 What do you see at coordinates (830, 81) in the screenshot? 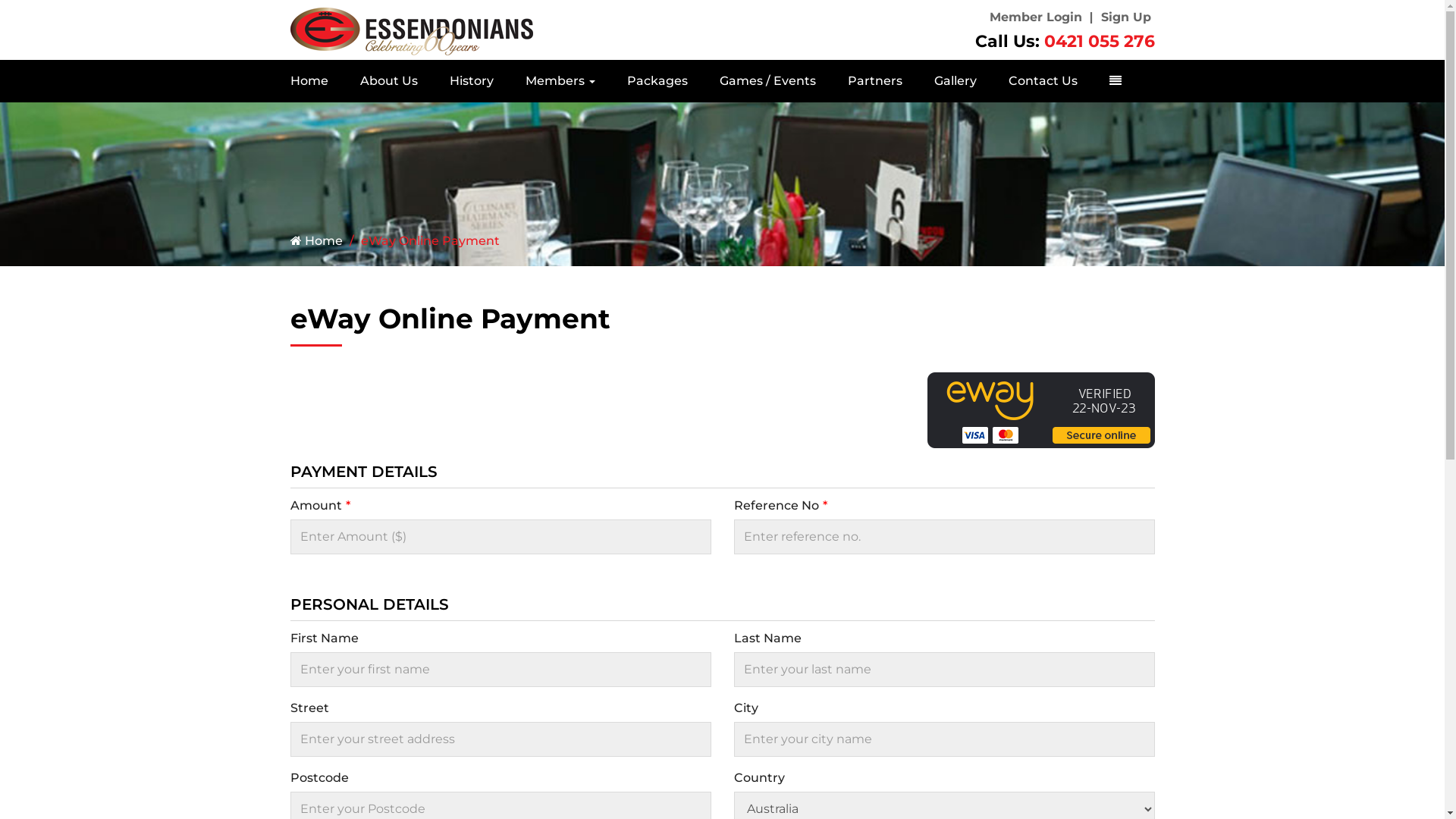
I see `'Partners'` at bounding box center [830, 81].